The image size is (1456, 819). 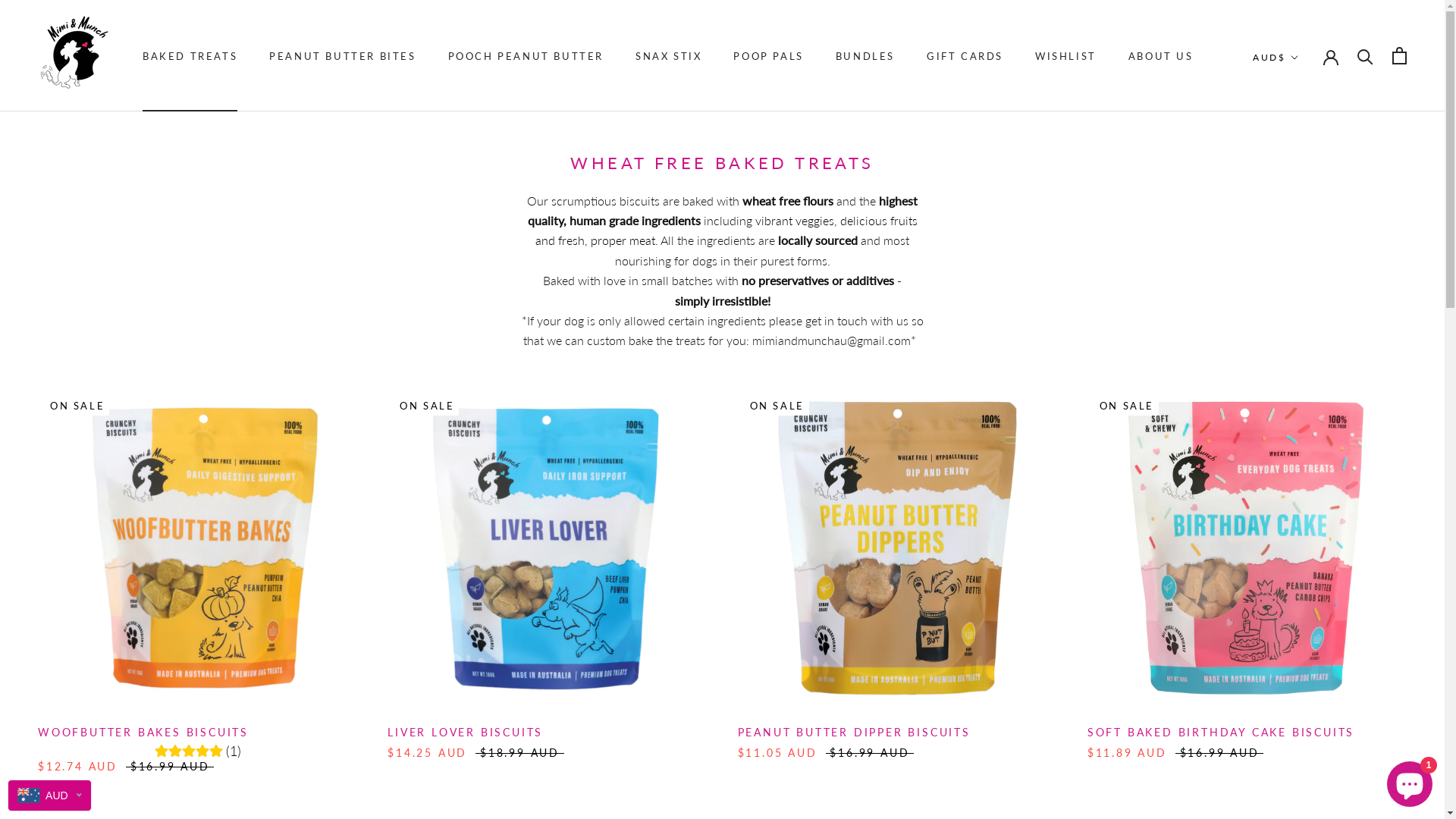 I want to click on 'PEANUT BUTTER DIPPER BISCUITS', so click(x=853, y=731).